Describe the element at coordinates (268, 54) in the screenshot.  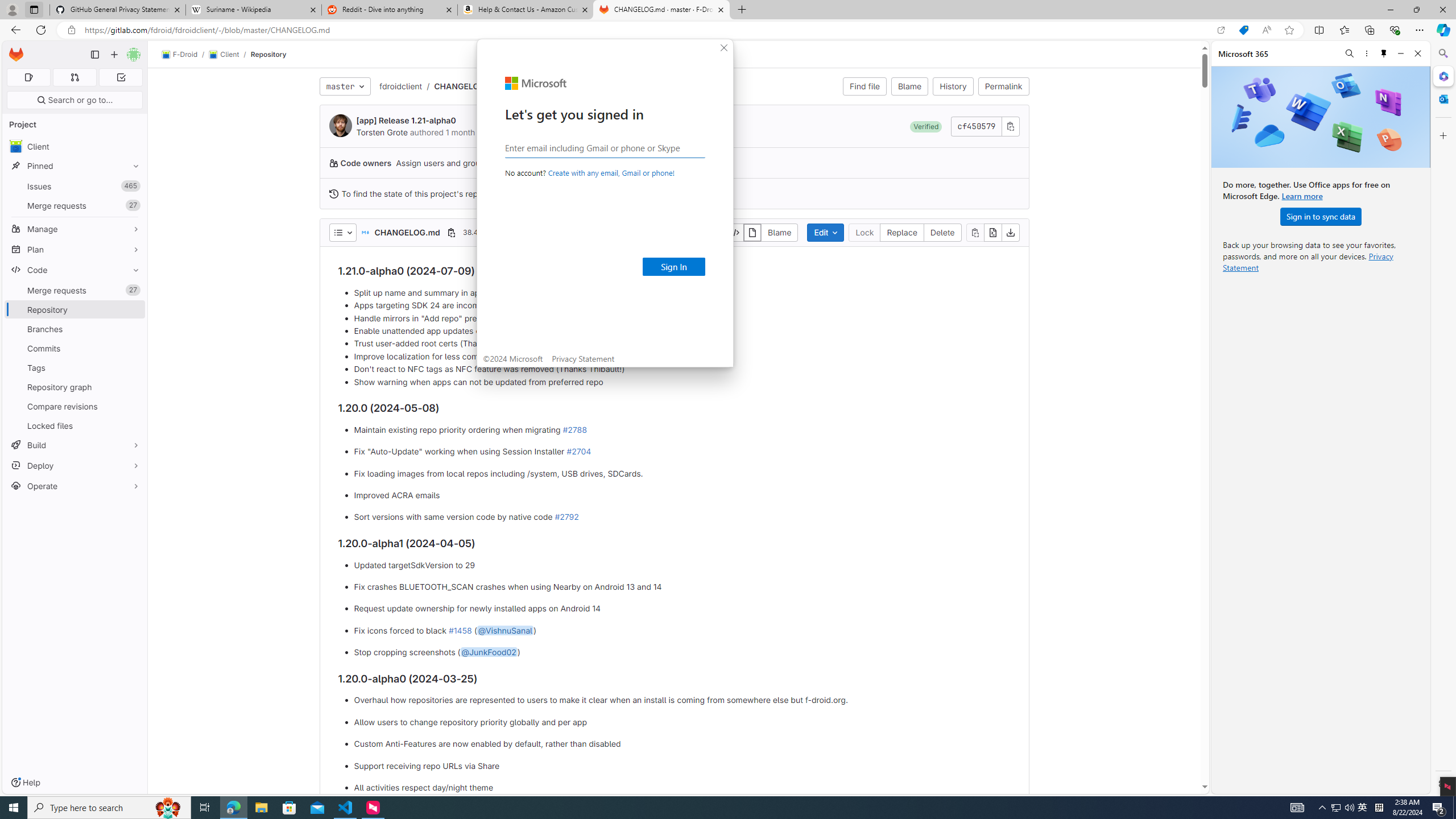
I see `'Repository'` at that location.